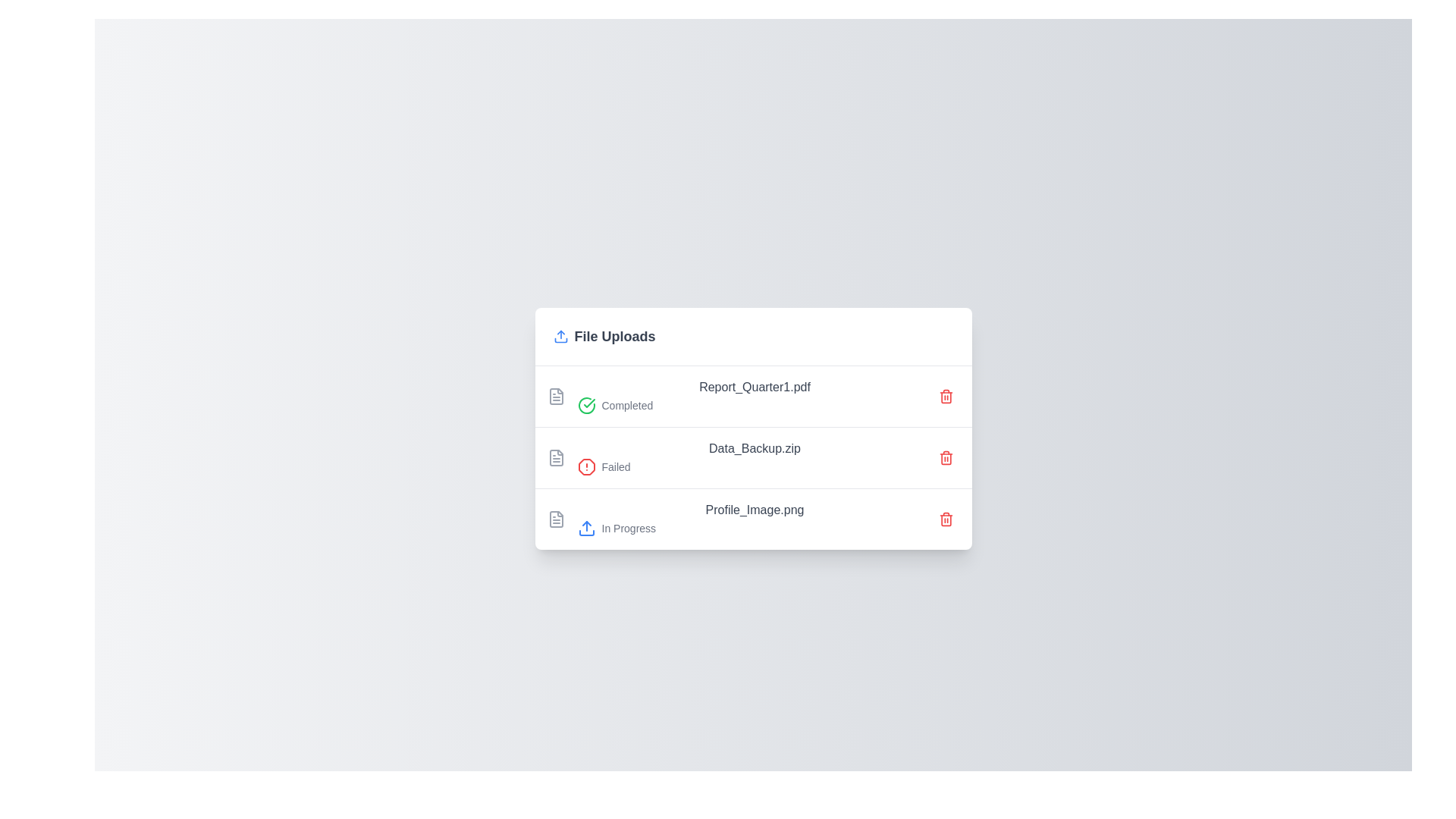  I want to click on the trash can icon button styled in red, located at the far right end of the listing for 'Data_Backup.zip' to observe the hover style change, so click(945, 457).